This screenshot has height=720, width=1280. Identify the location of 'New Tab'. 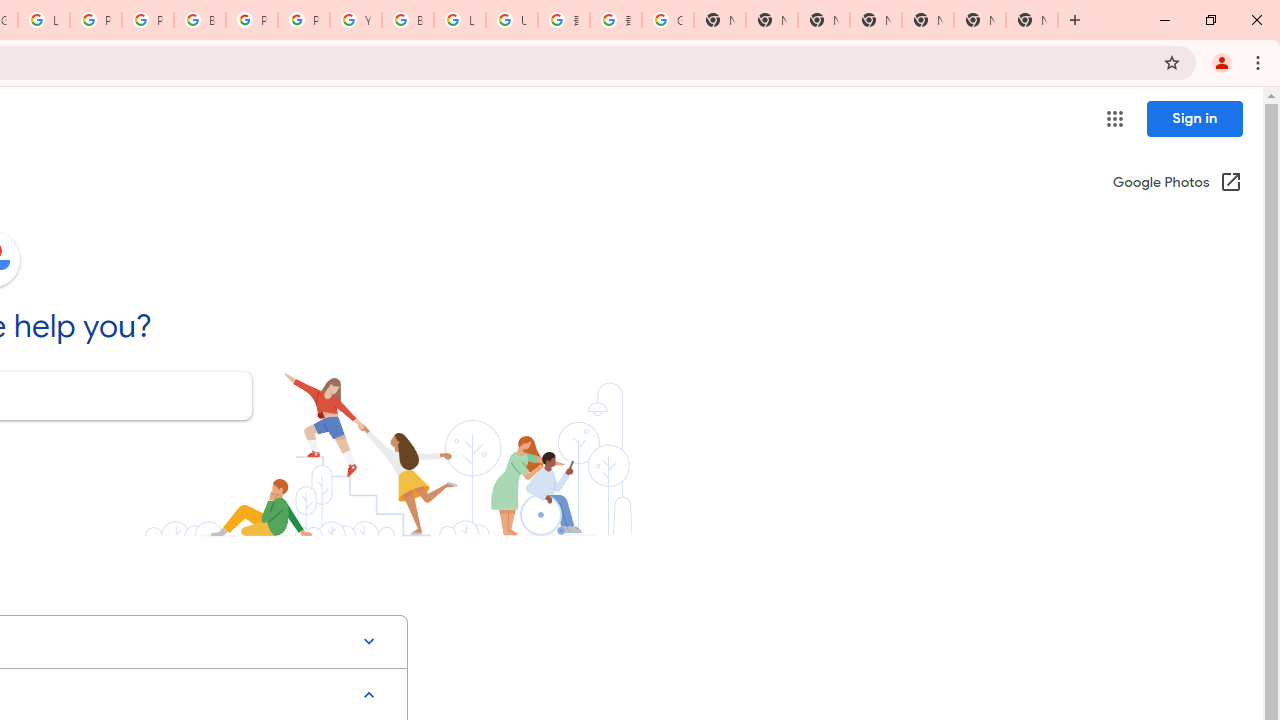
(1032, 20).